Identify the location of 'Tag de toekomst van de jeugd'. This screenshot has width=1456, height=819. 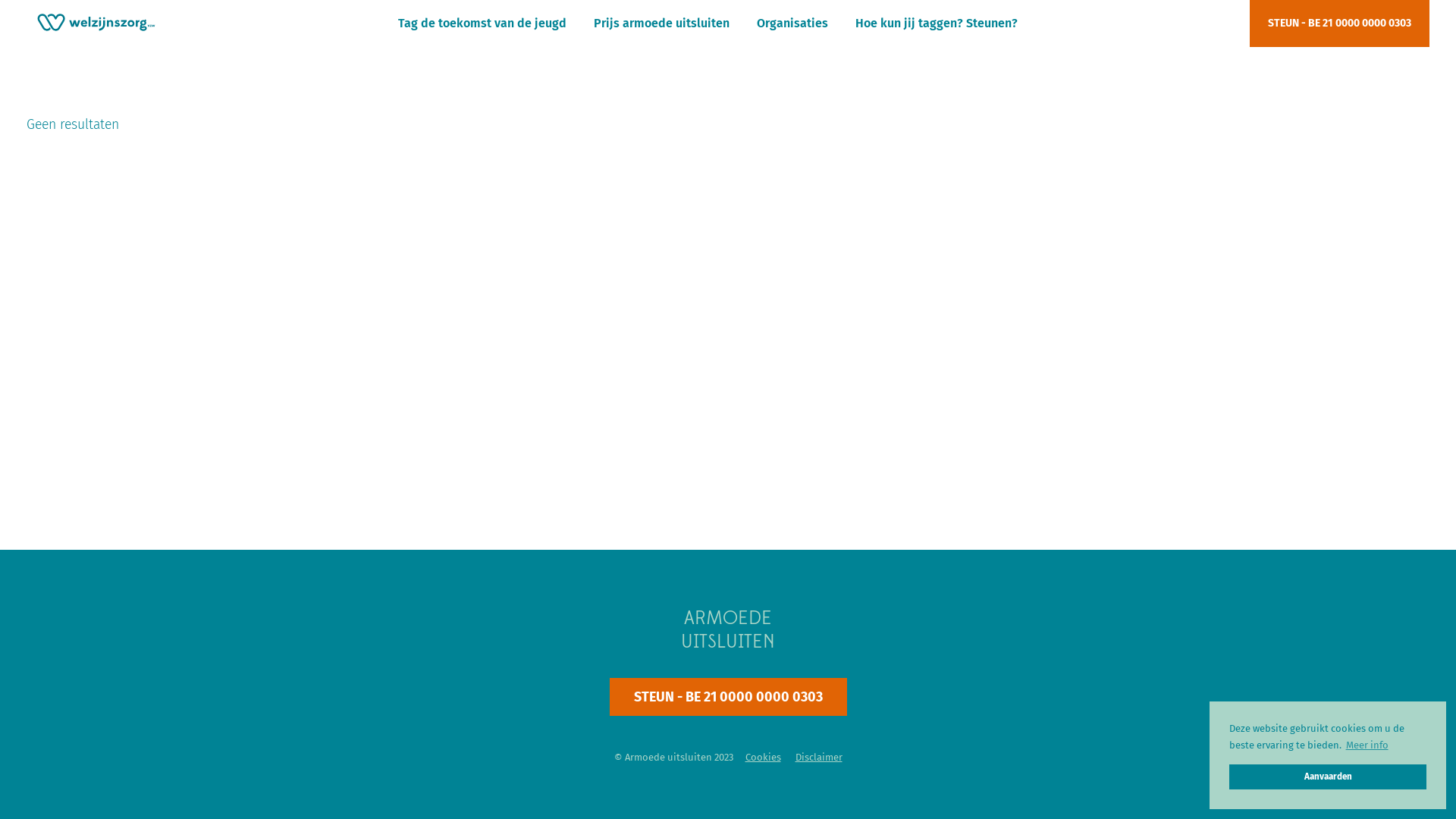
(481, 23).